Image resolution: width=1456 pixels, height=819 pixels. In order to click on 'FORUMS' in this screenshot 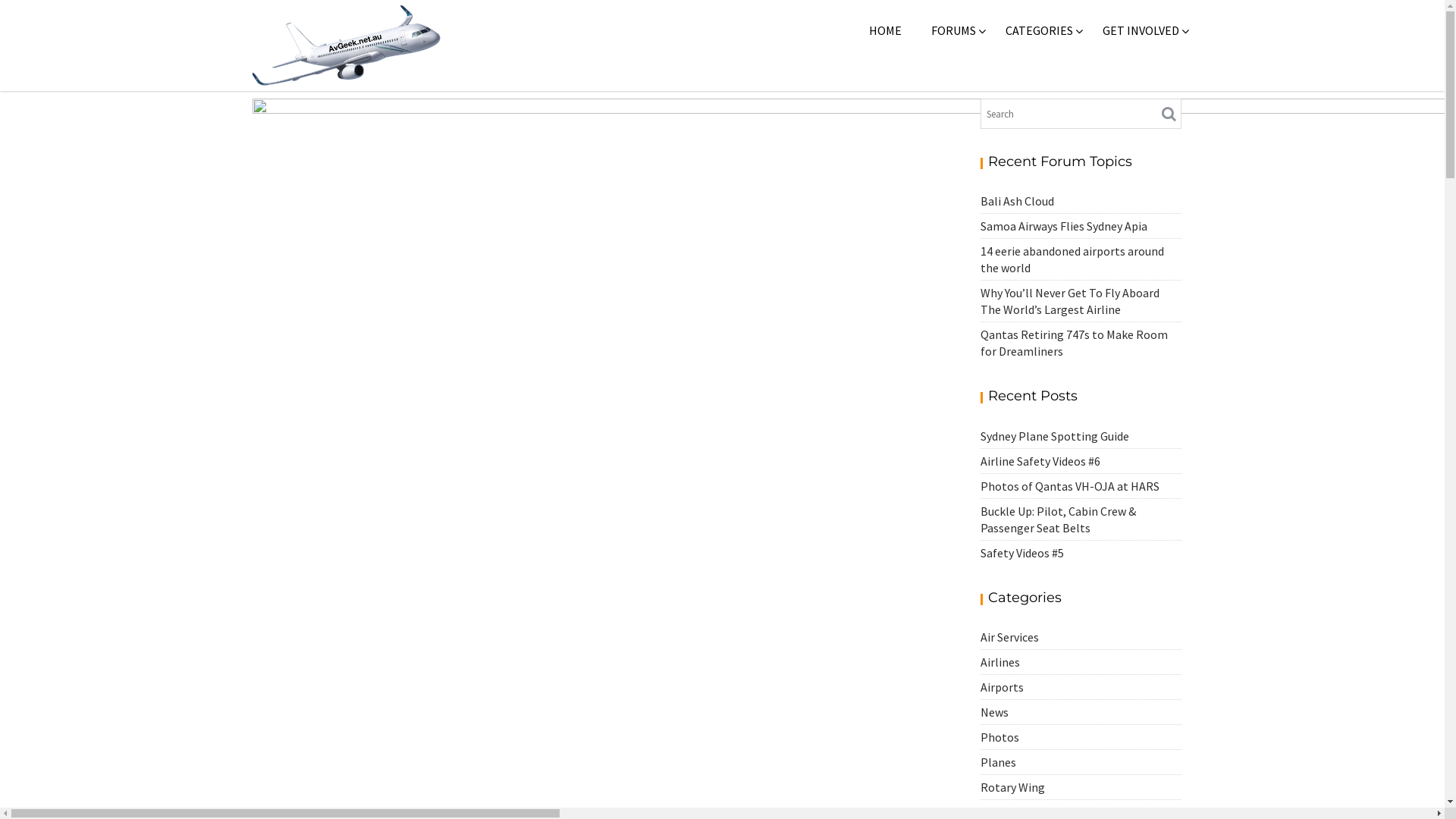, I will do `click(916, 30)`.